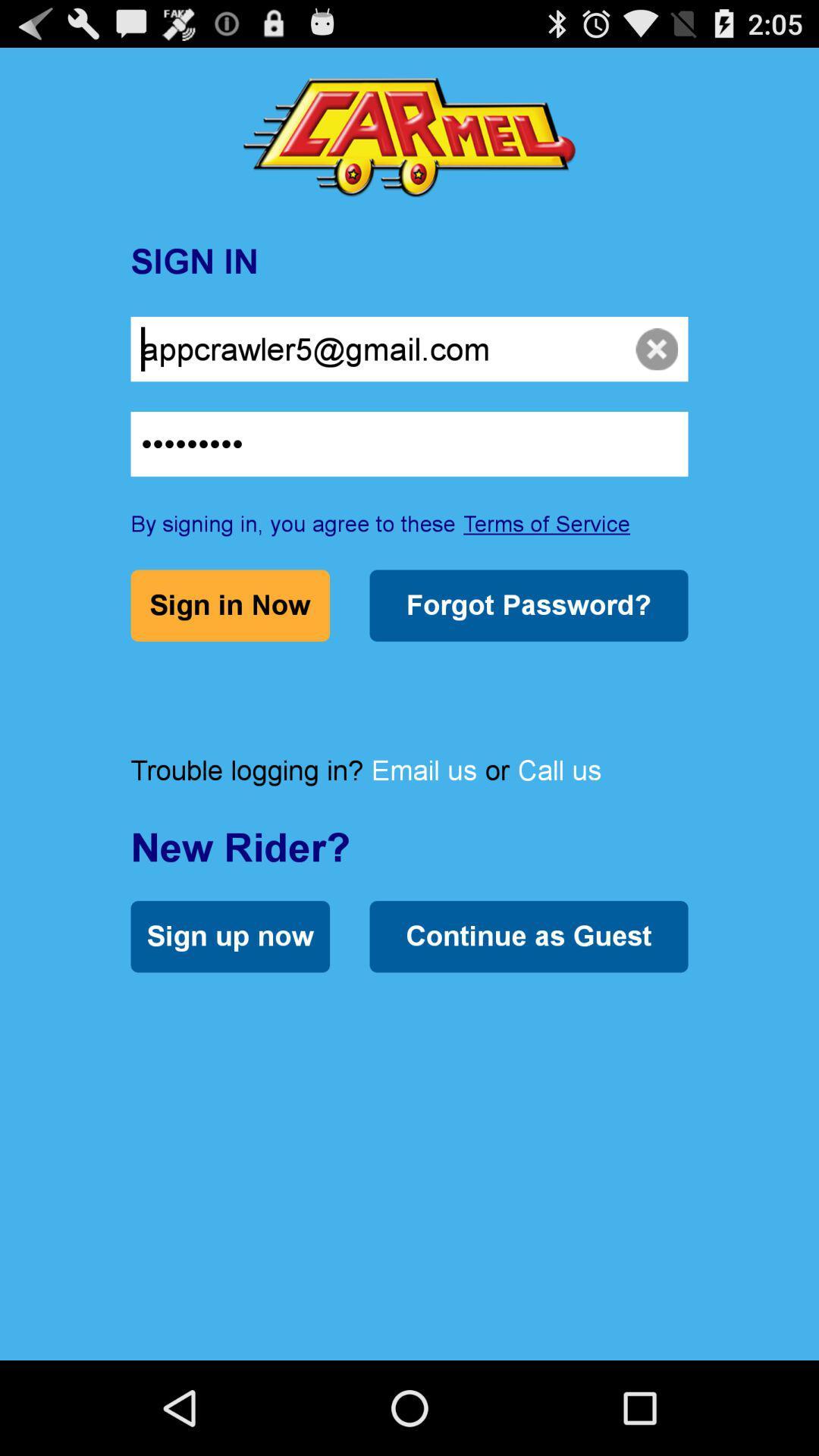  Describe the element at coordinates (409, 443) in the screenshot. I see `crowd3116` at that location.